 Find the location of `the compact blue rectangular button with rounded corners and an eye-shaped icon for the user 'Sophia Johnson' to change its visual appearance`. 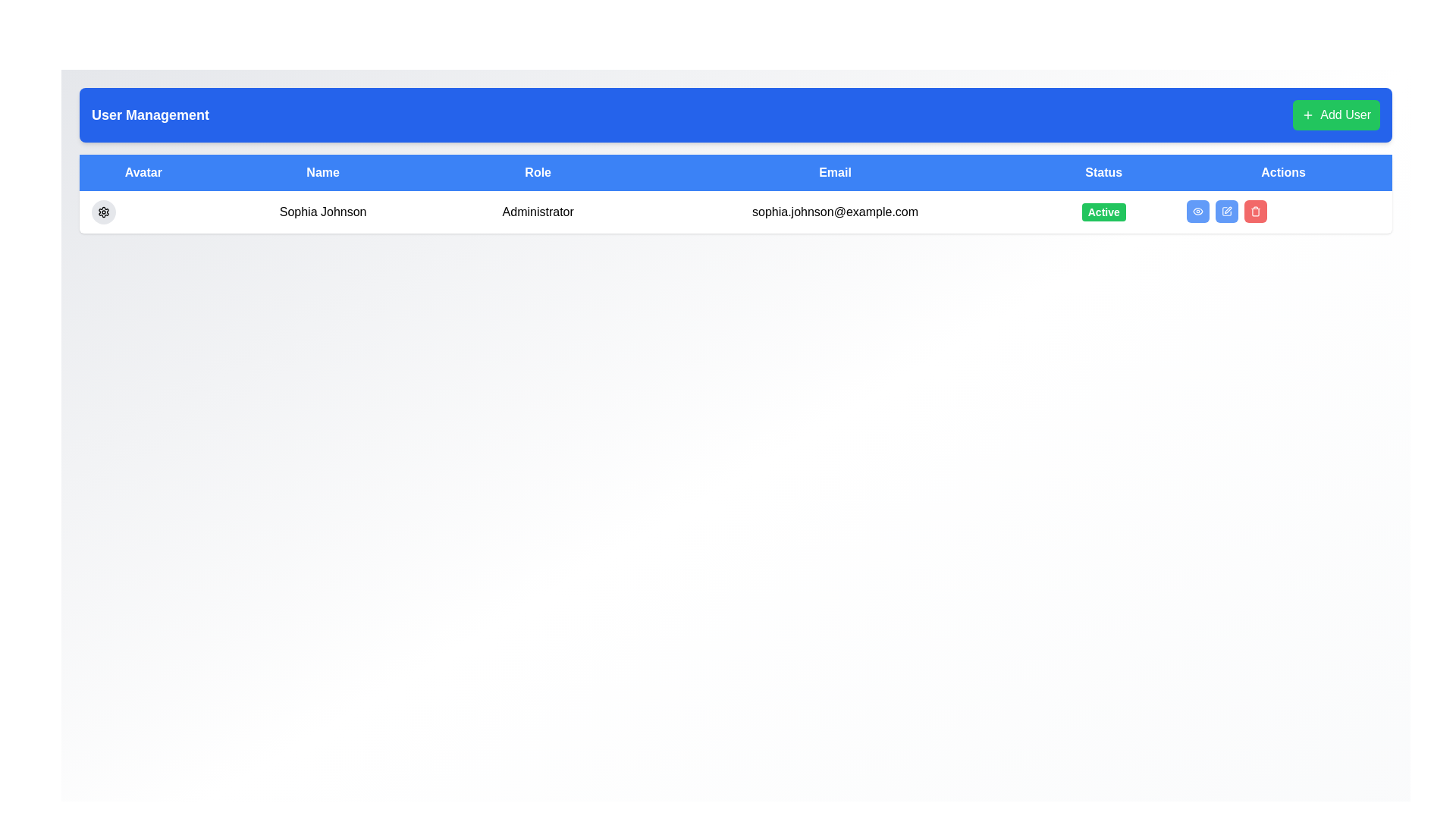

the compact blue rectangular button with rounded corners and an eye-shaped icon for the user 'Sophia Johnson' to change its visual appearance is located at coordinates (1197, 211).